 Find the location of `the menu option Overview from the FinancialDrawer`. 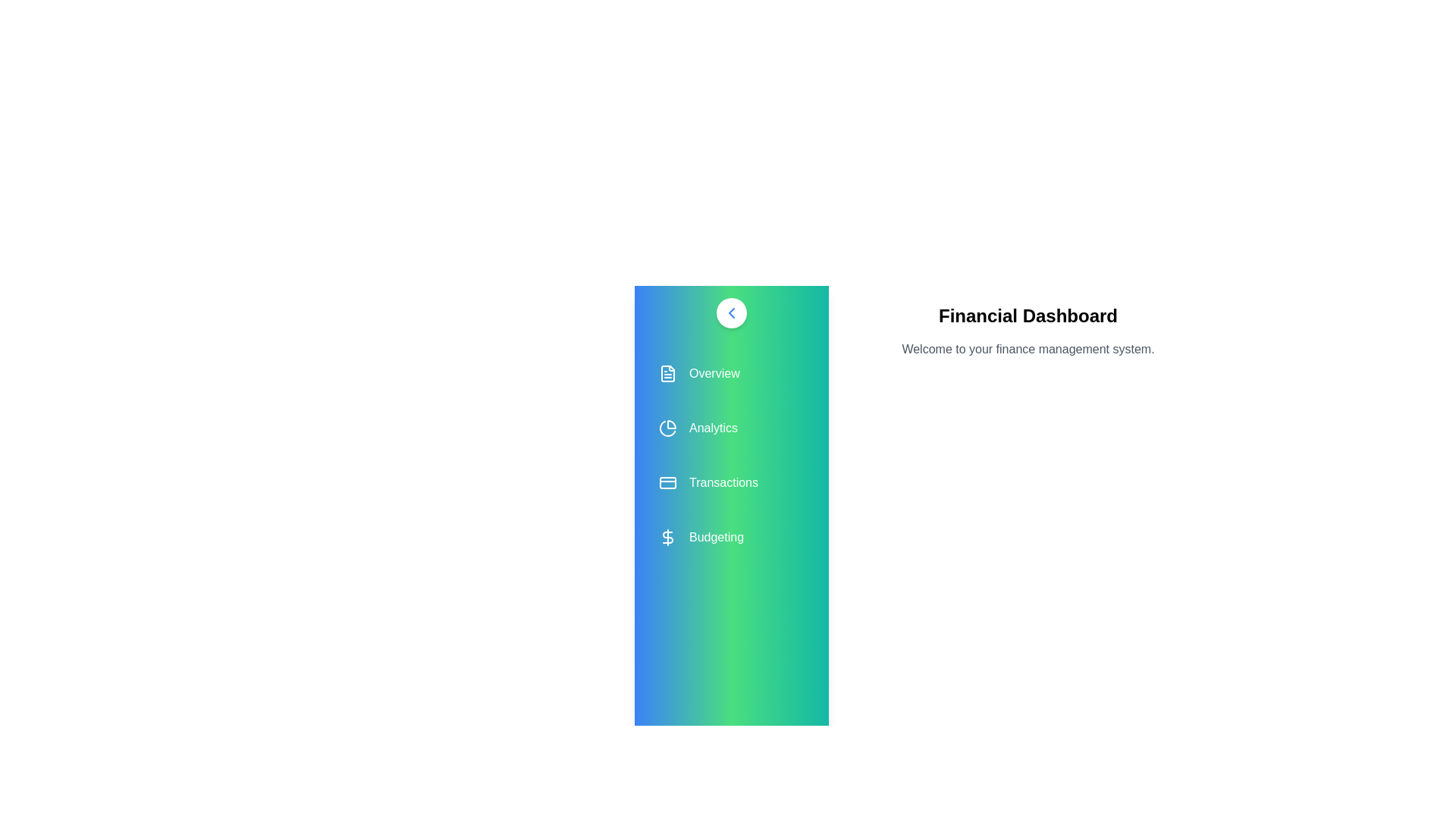

the menu option Overview from the FinancialDrawer is located at coordinates (731, 374).